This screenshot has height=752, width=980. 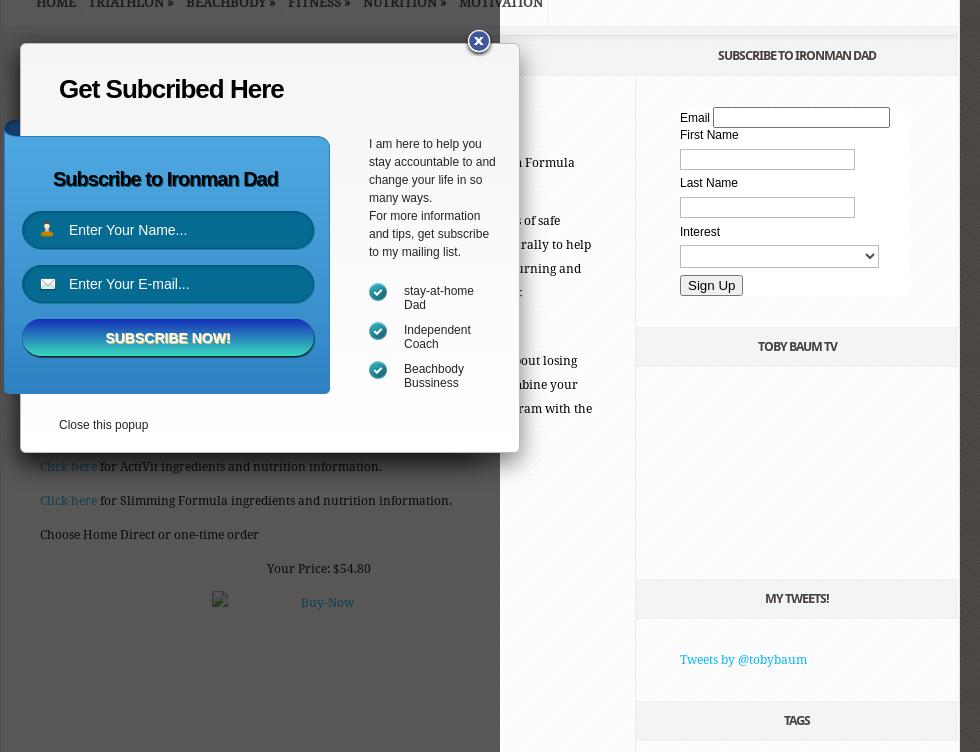 I want to click on 'Tweets by @tobybaum', so click(x=743, y=658).